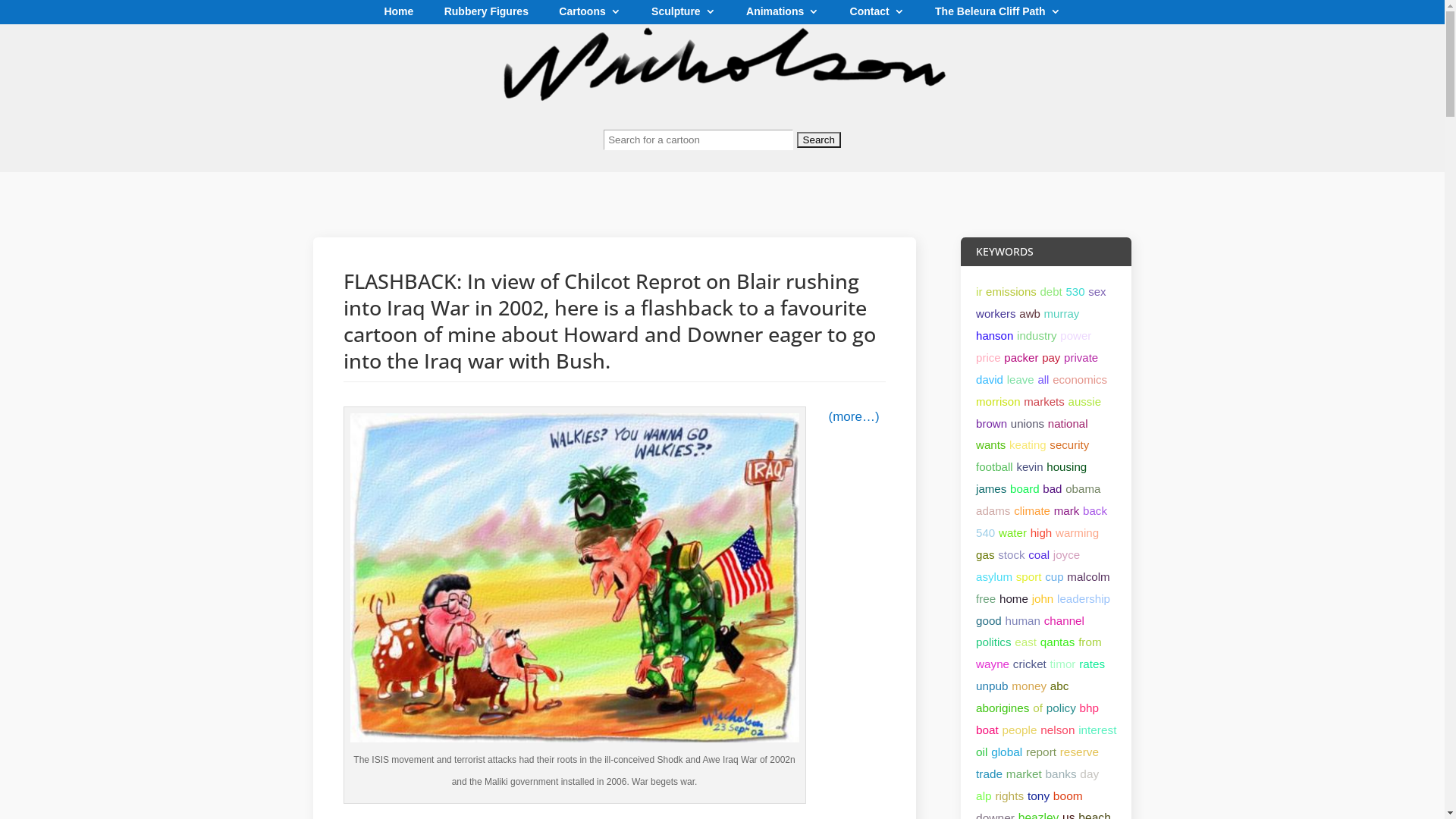  Describe the element at coordinates (1097, 729) in the screenshot. I see `'interest'` at that location.